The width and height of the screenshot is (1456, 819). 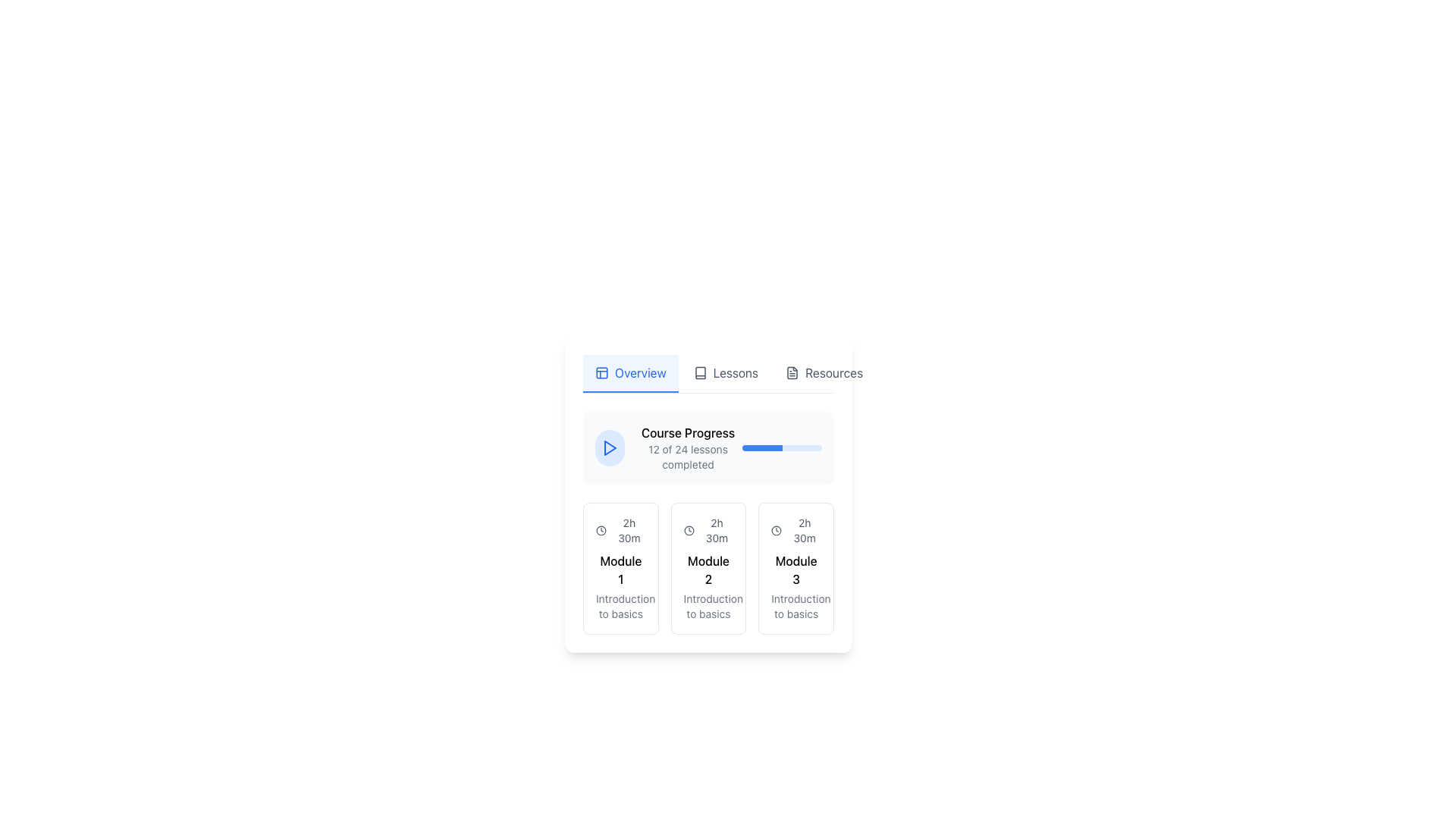 What do you see at coordinates (795, 605) in the screenshot?
I see `the text label displaying 'Introduction to basics' for accessibility purposes, located beneath the title 'Module 3' in the third card of a set of cards` at bounding box center [795, 605].